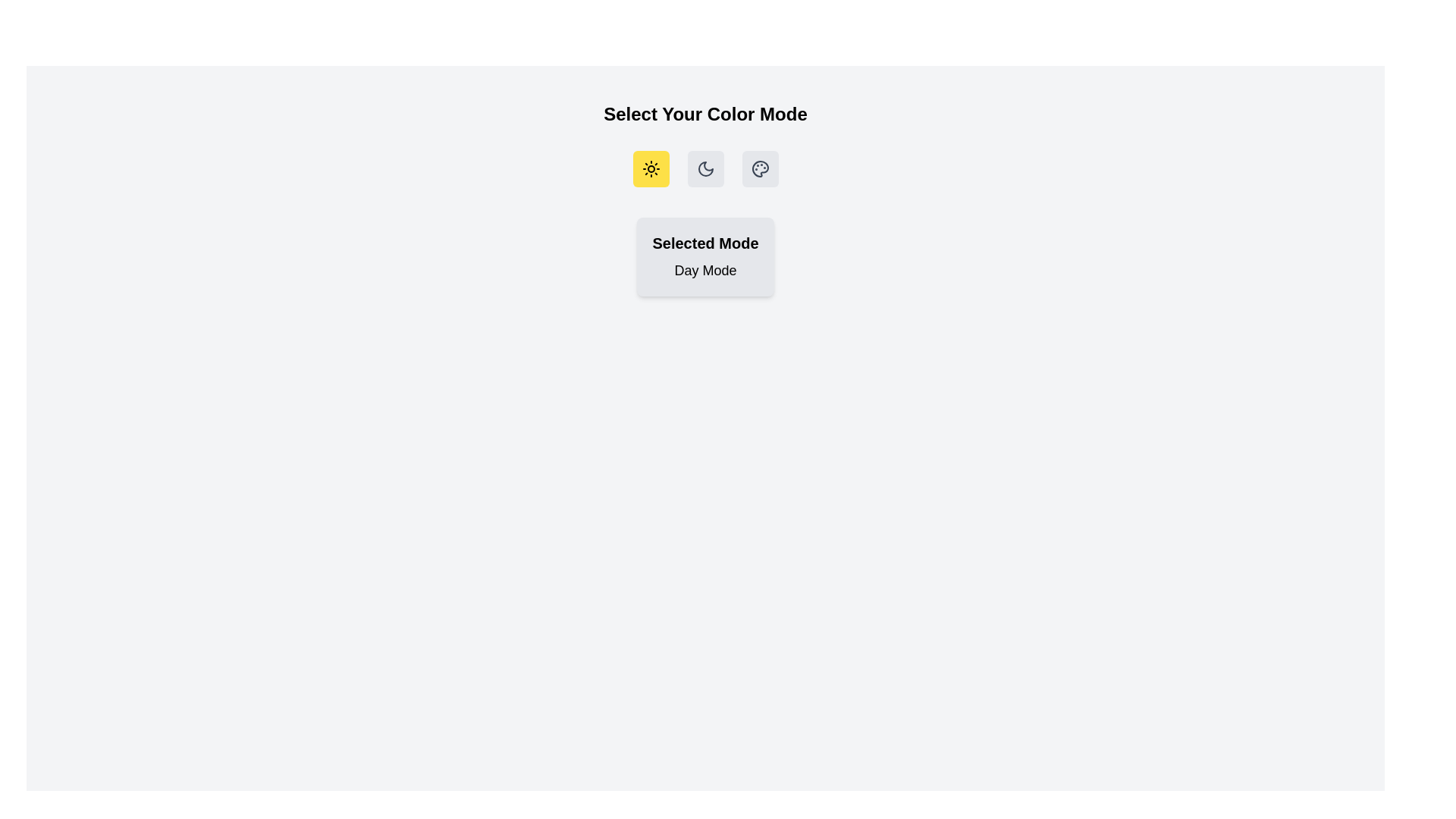 The width and height of the screenshot is (1456, 819). What do you see at coordinates (704, 113) in the screenshot?
I see `the text 'Select Your Color Mode' to focus on it` at bounding box center [704, 113].